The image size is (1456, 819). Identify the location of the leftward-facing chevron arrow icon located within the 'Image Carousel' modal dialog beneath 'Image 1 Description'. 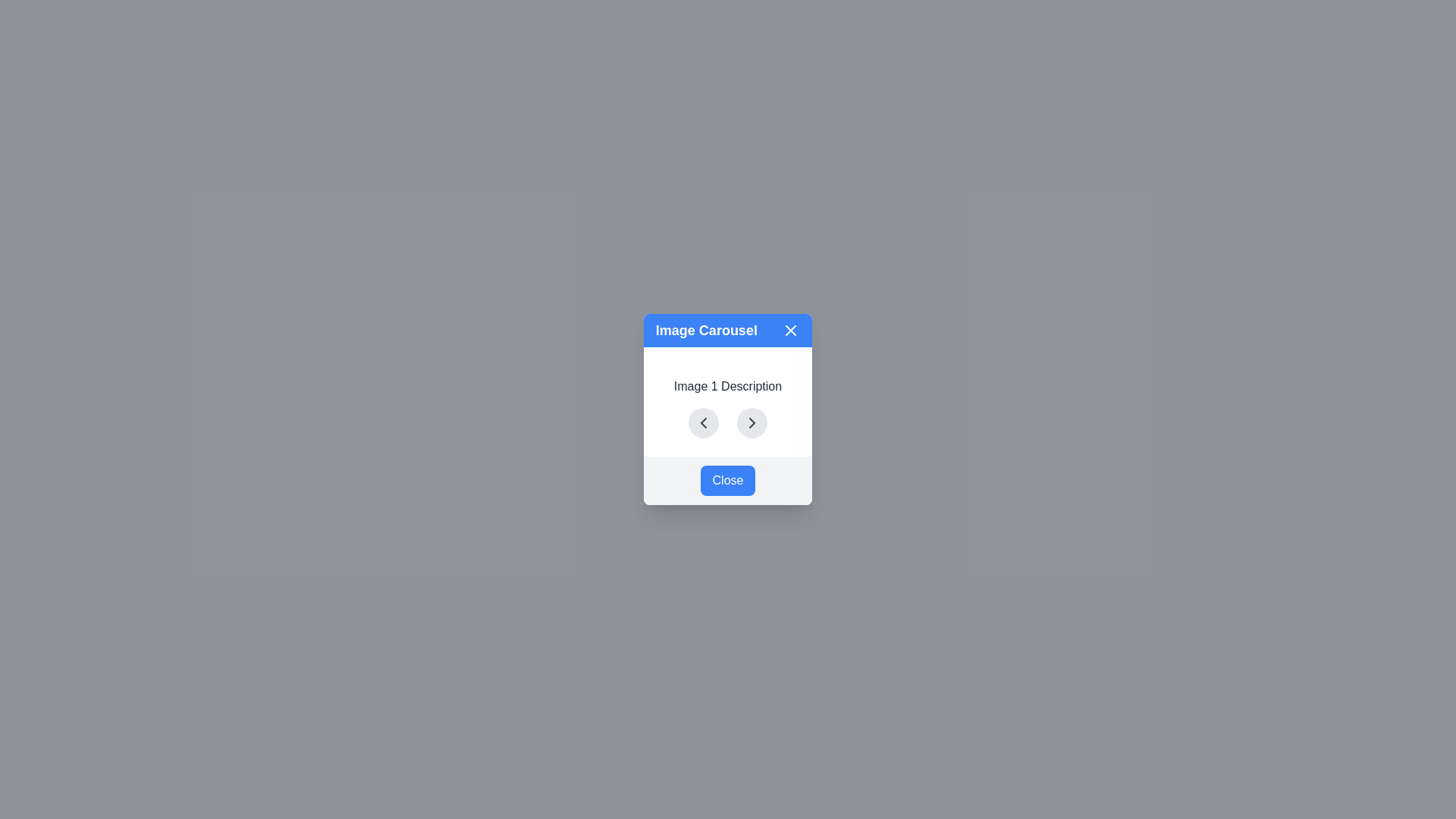
(702, 423).